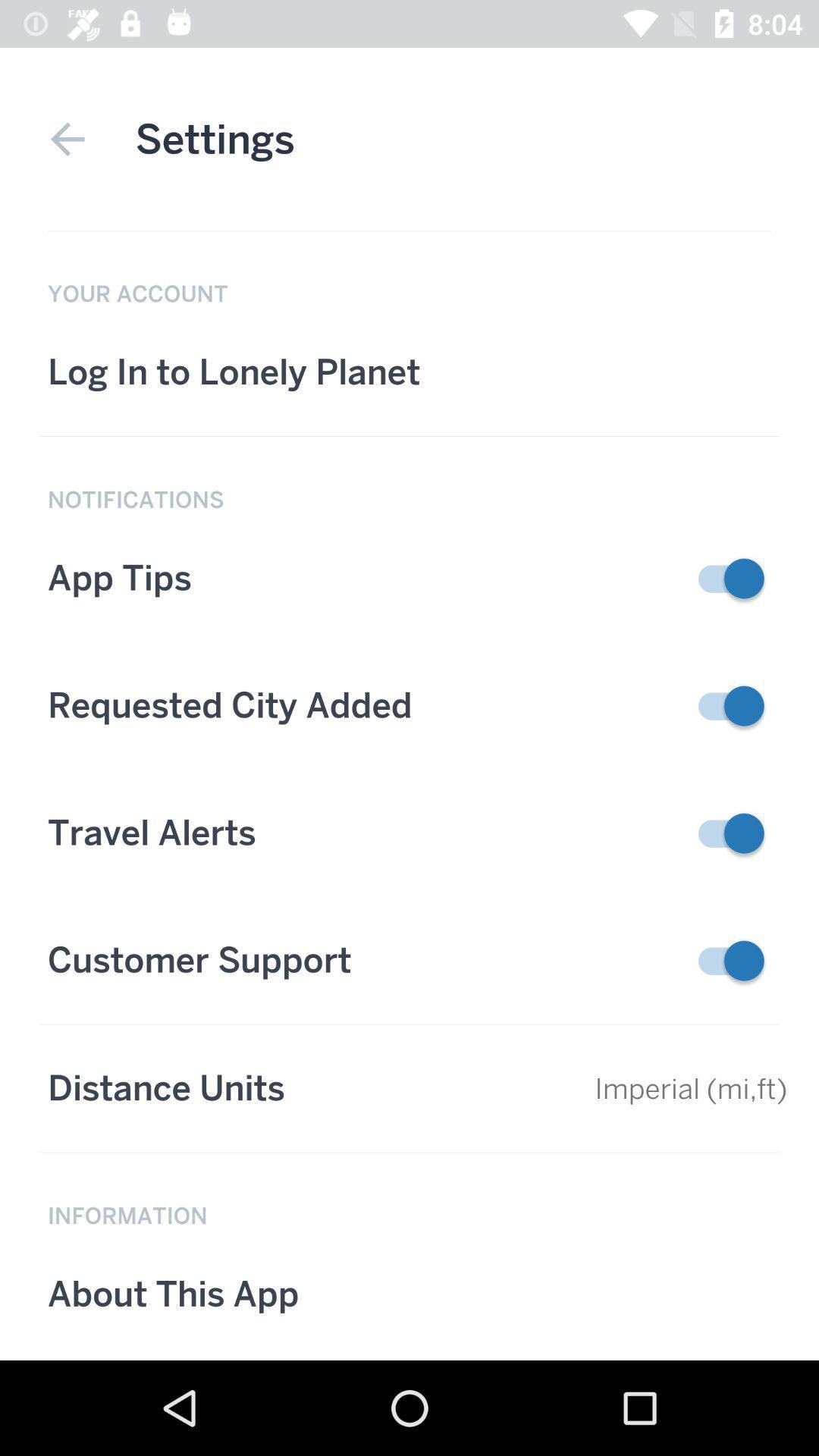  I want to click on the text which is immediately above information, so click(409, 1087).